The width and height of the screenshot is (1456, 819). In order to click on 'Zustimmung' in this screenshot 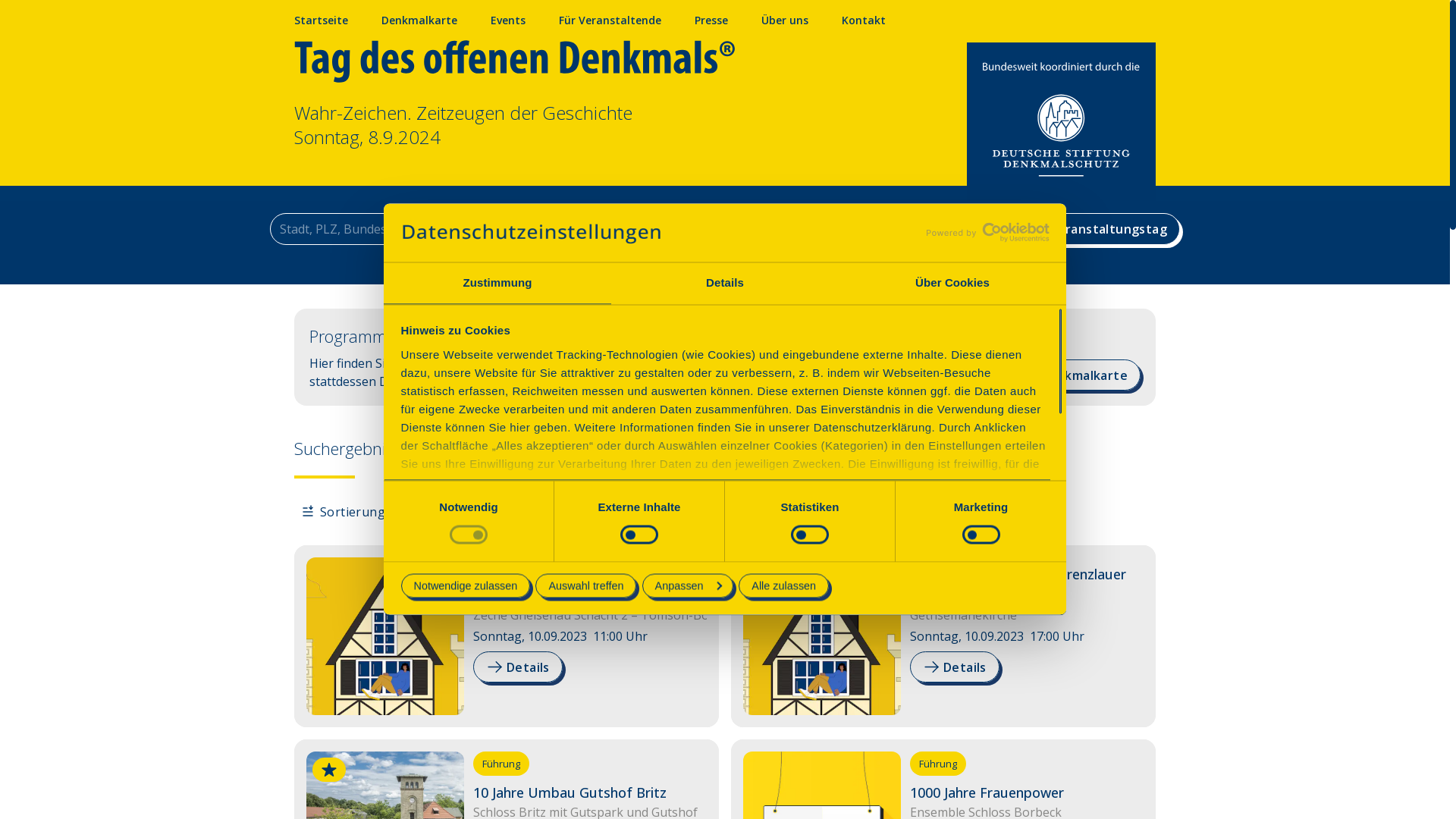, I will do `click(497, 283)`.